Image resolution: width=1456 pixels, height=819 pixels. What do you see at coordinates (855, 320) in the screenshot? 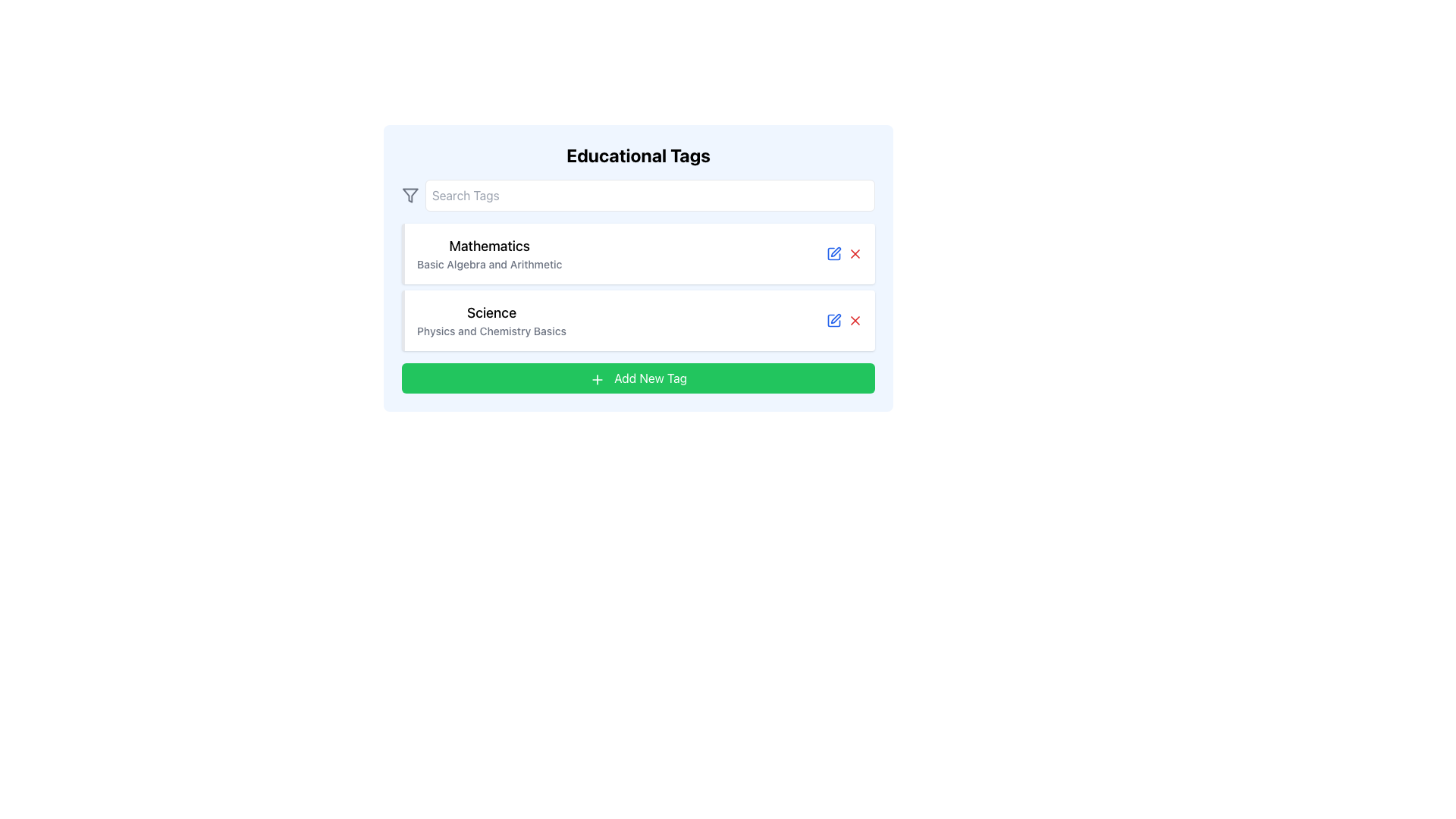
I see `the red 'X' icon` at bounding box center [855, 320].